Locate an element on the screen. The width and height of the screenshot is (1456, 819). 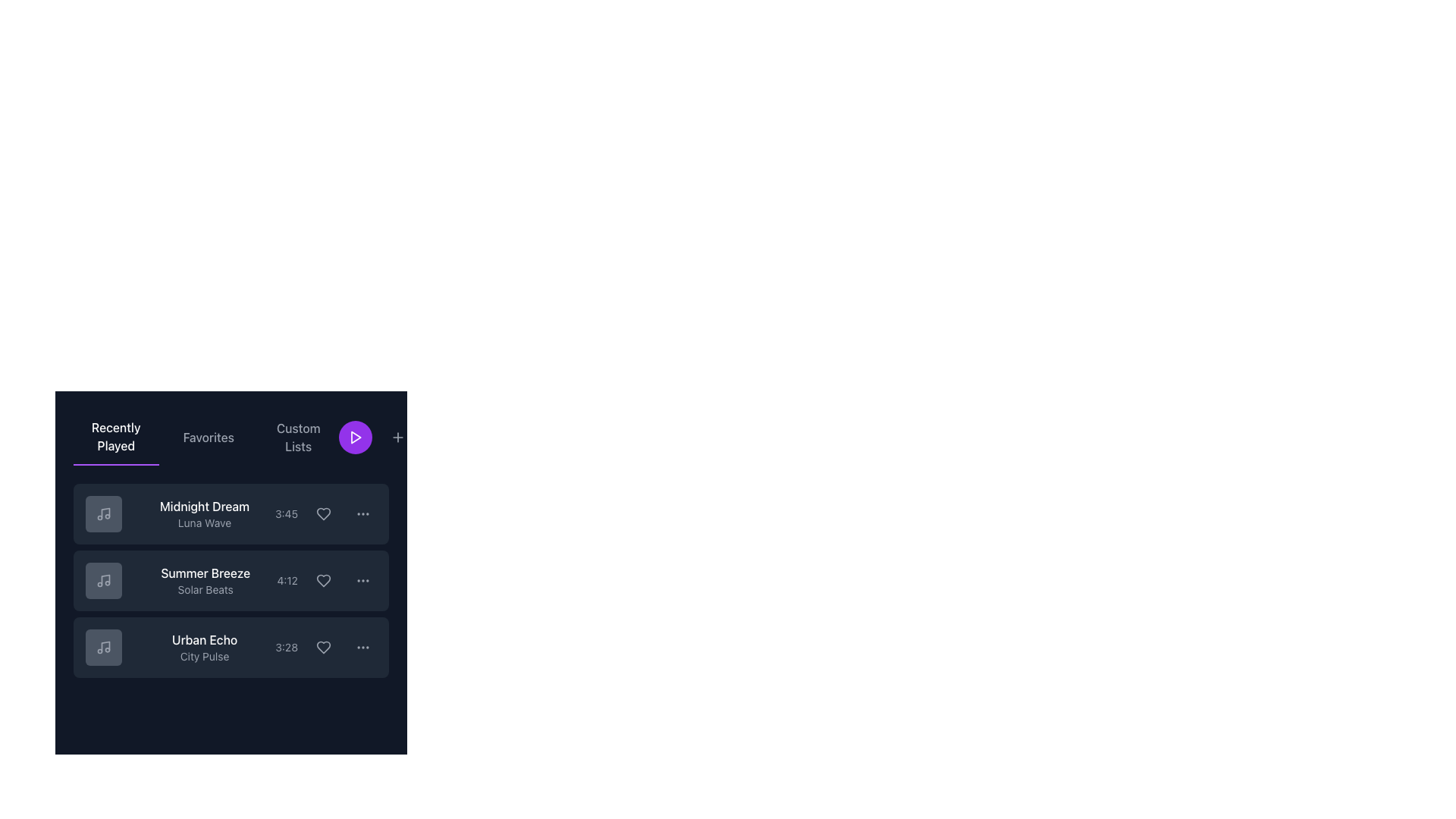
the heart-shaped icon button located in the second row of the 'Recently Played' section next to the track duration '4:12' to change its color to pink is located at coordinates (323, 580).